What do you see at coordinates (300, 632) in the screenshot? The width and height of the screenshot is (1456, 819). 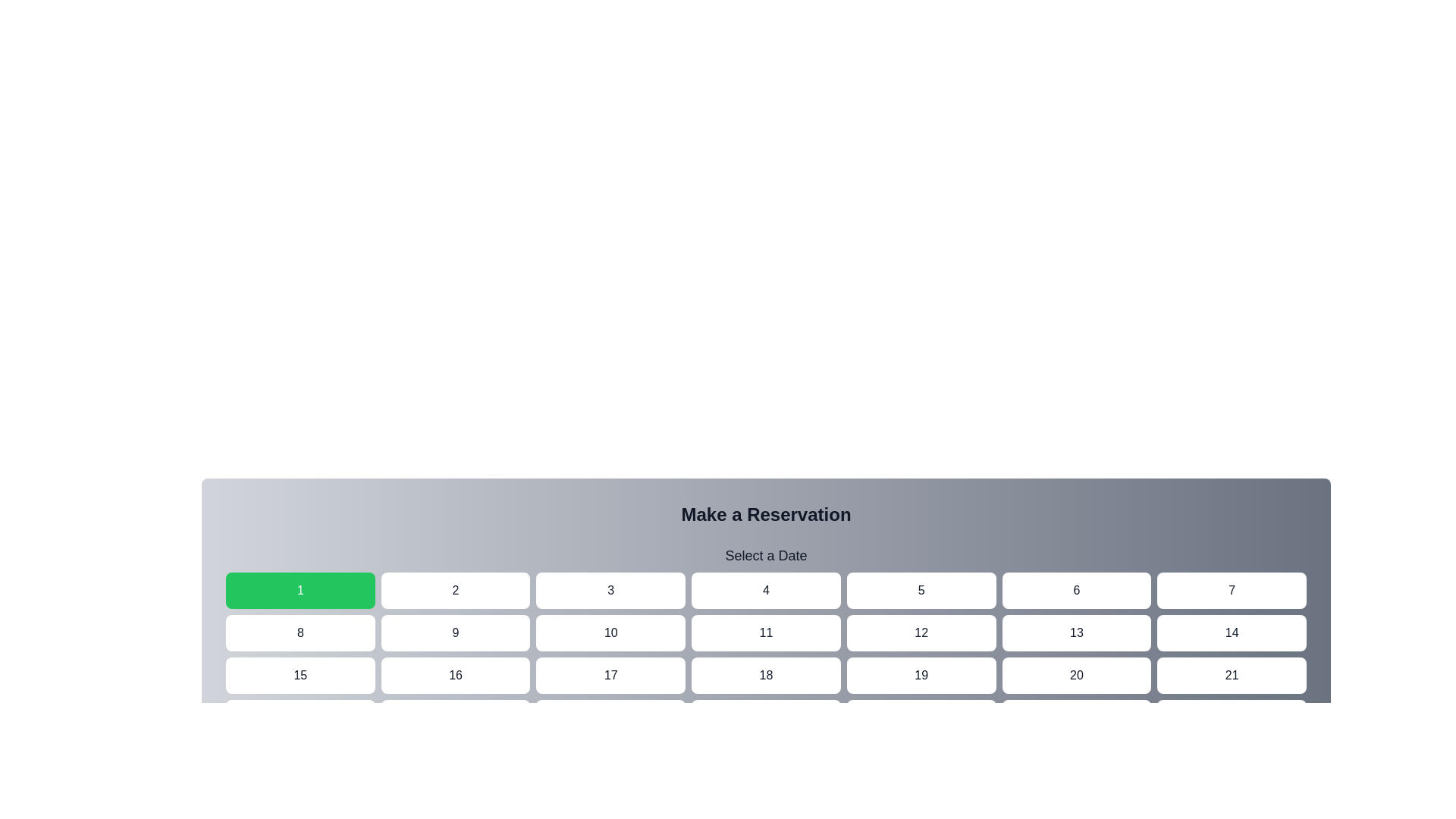 I see `the date selection button labeled '8' located in the second row, first column of the calendar grid` at bounding box center [300, 632].